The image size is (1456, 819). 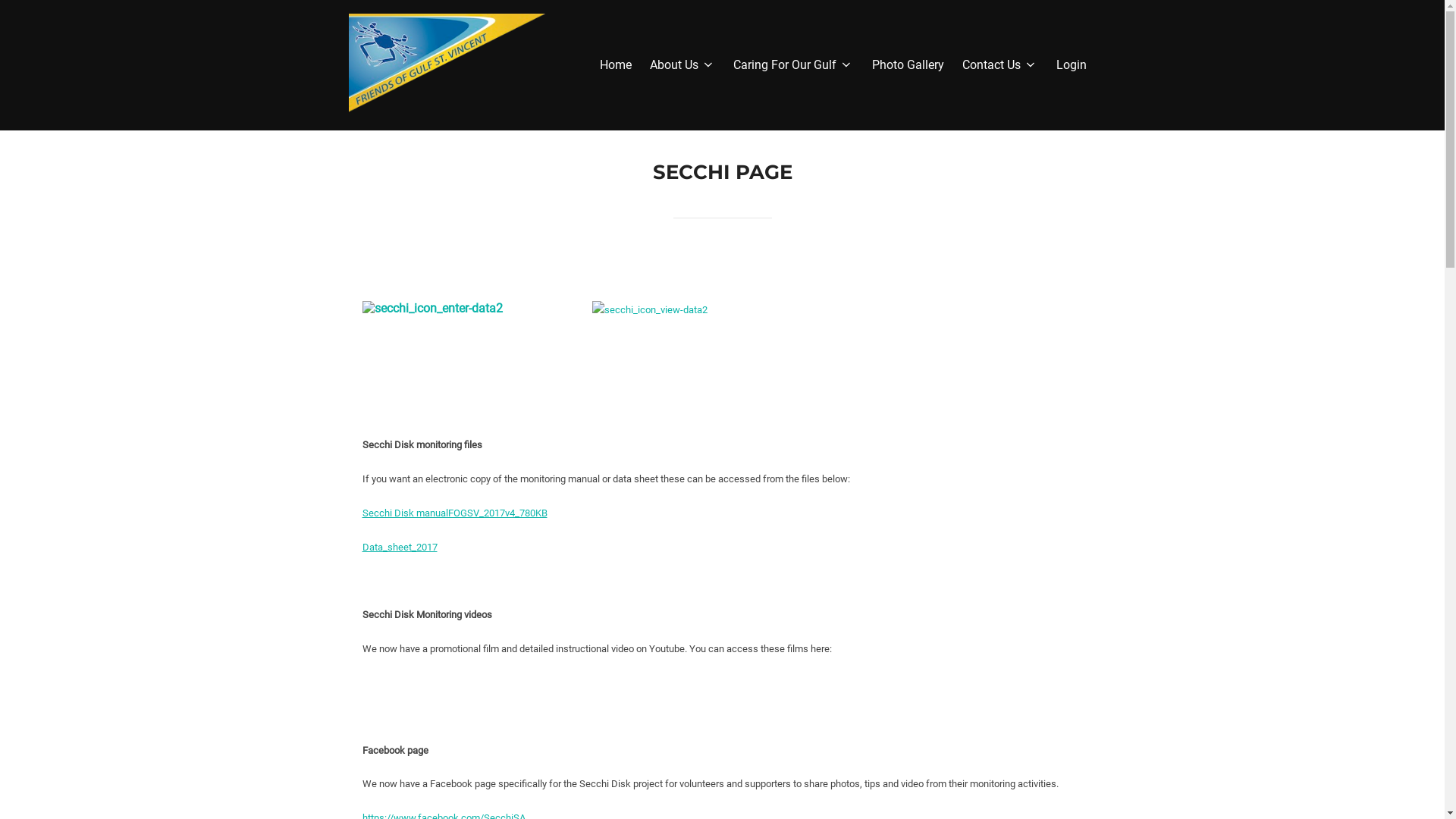 What do you see at coordinates (400, 547) in the screenshot?
I see `'Data_sheet_2017'` at bounding box center [400, 547].